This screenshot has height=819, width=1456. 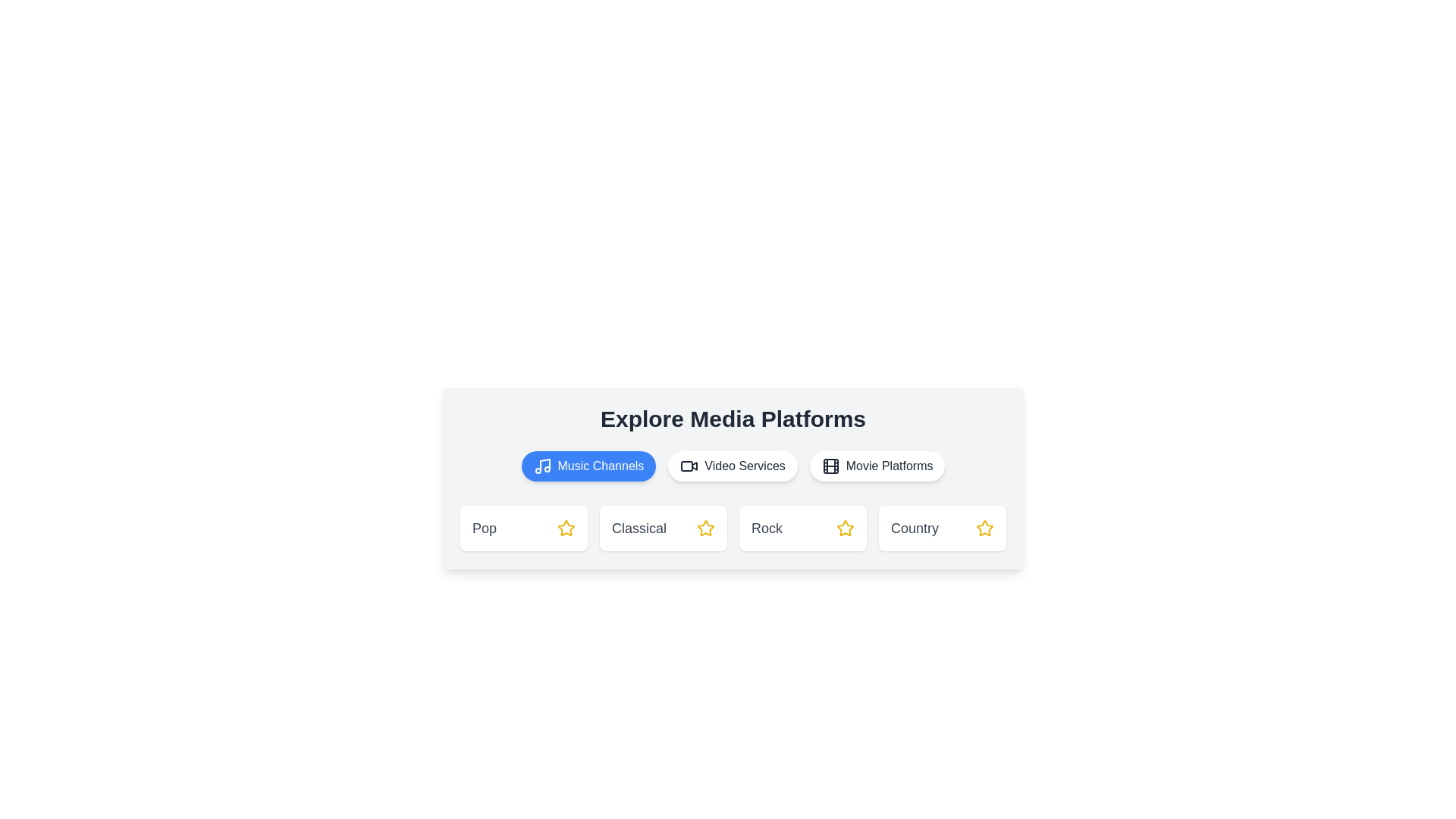 I want to click on the last item in the horizontal grid layout representing the 'Country' category card located in the bottom-right corner, so click(x=942, y=528).